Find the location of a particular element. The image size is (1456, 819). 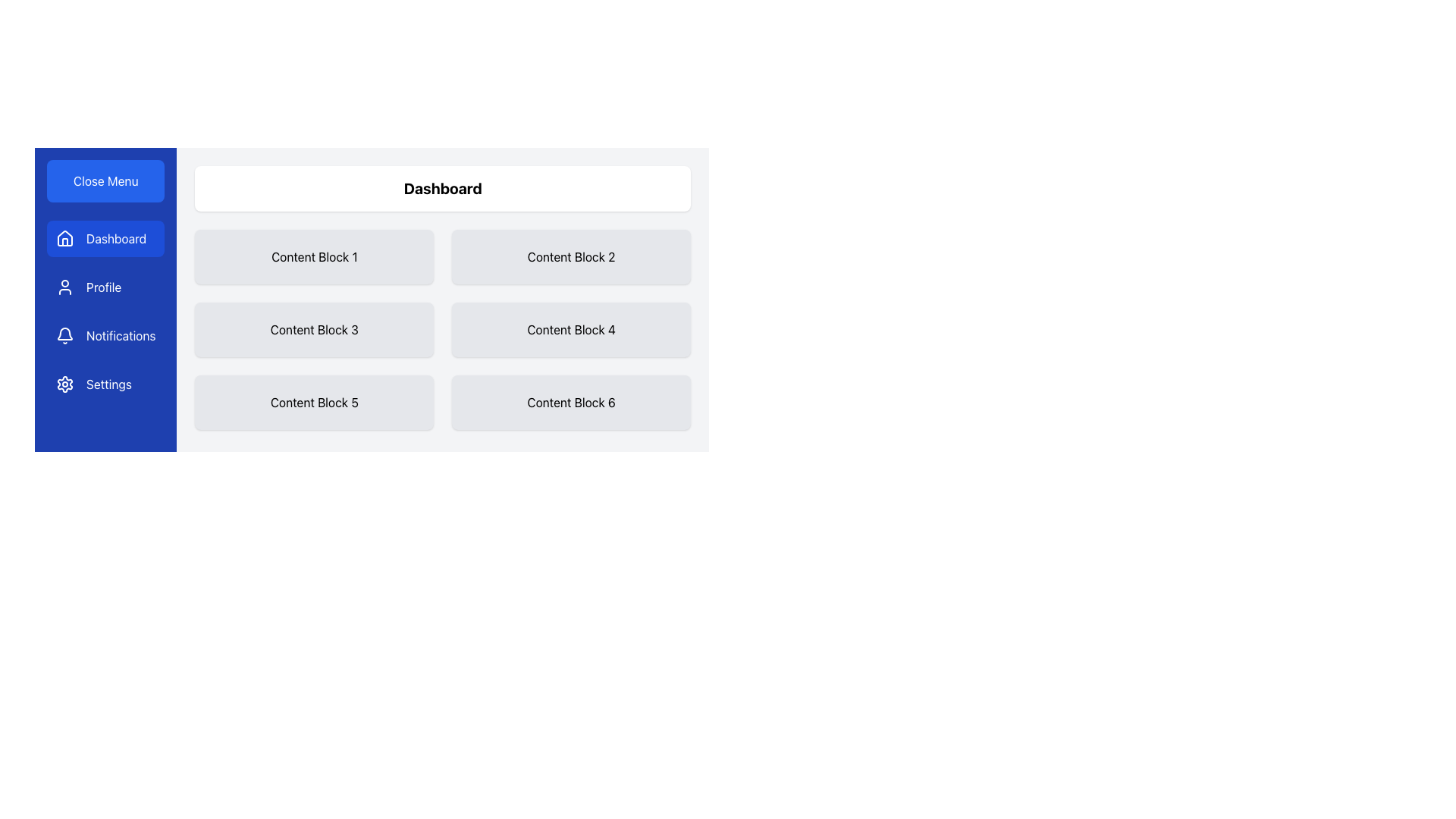

the 'Notifications' item in the vertical Navigation Menu located in the blue sidebar is located at coordinates (105, 311).